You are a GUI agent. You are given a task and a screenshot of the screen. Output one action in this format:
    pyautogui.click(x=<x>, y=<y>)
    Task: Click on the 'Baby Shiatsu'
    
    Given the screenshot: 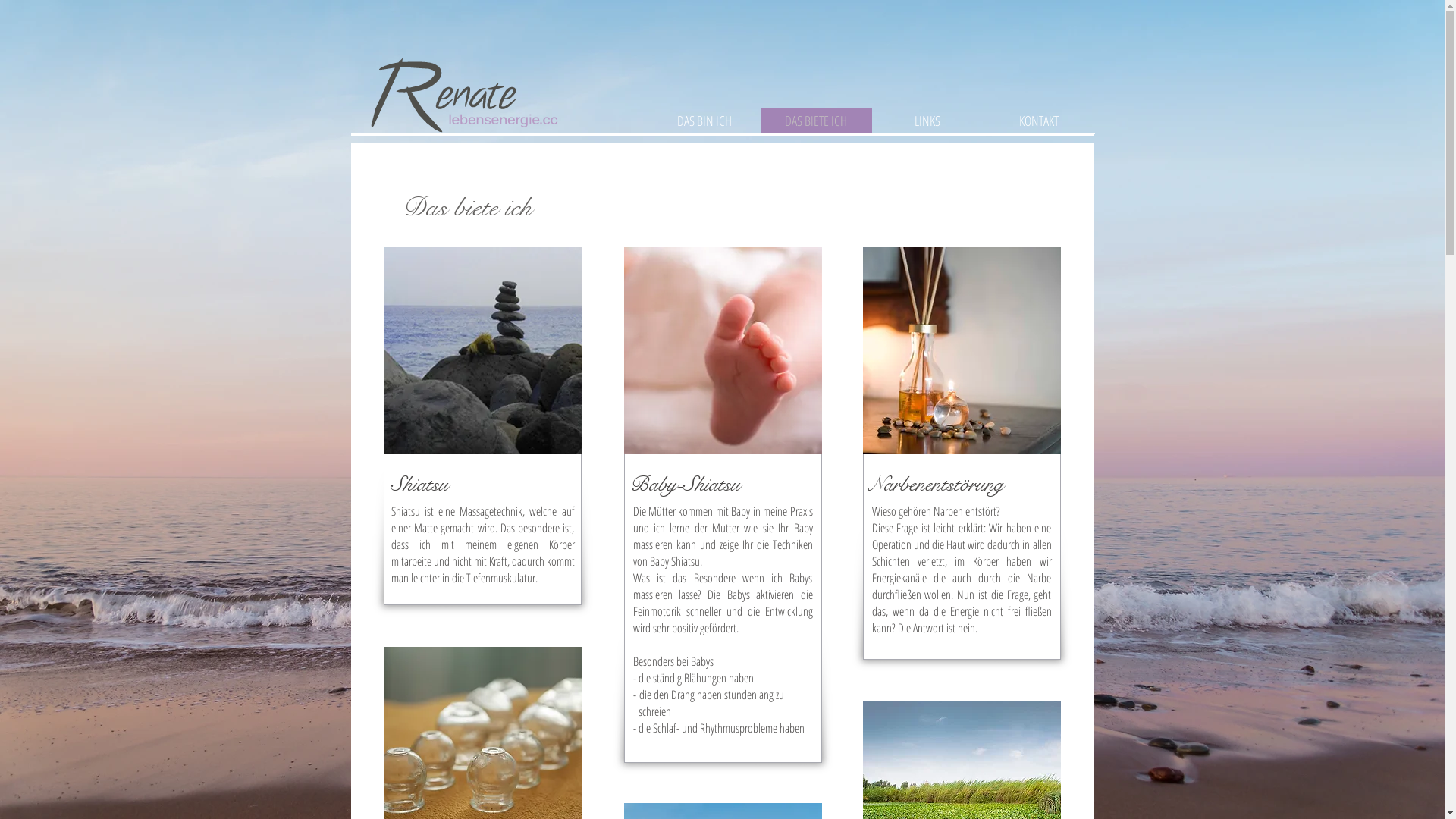 What is the action you would take?
    pyautogui.click(x=721, y=350)
    